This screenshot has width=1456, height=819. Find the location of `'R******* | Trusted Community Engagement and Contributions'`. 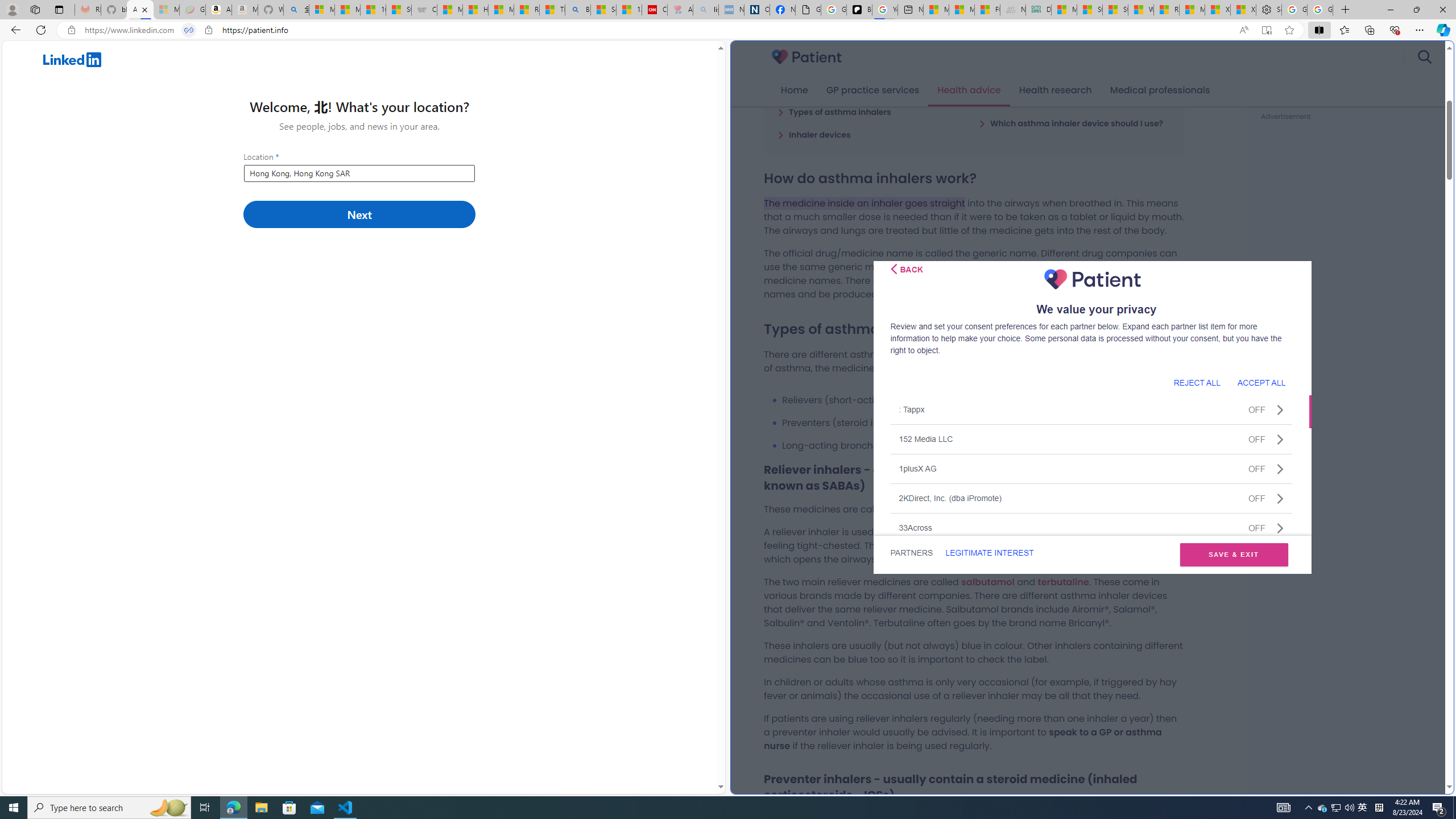

'R******* | Trusted Community Engagement and Contributions' is located at coordinates (1166, 9).